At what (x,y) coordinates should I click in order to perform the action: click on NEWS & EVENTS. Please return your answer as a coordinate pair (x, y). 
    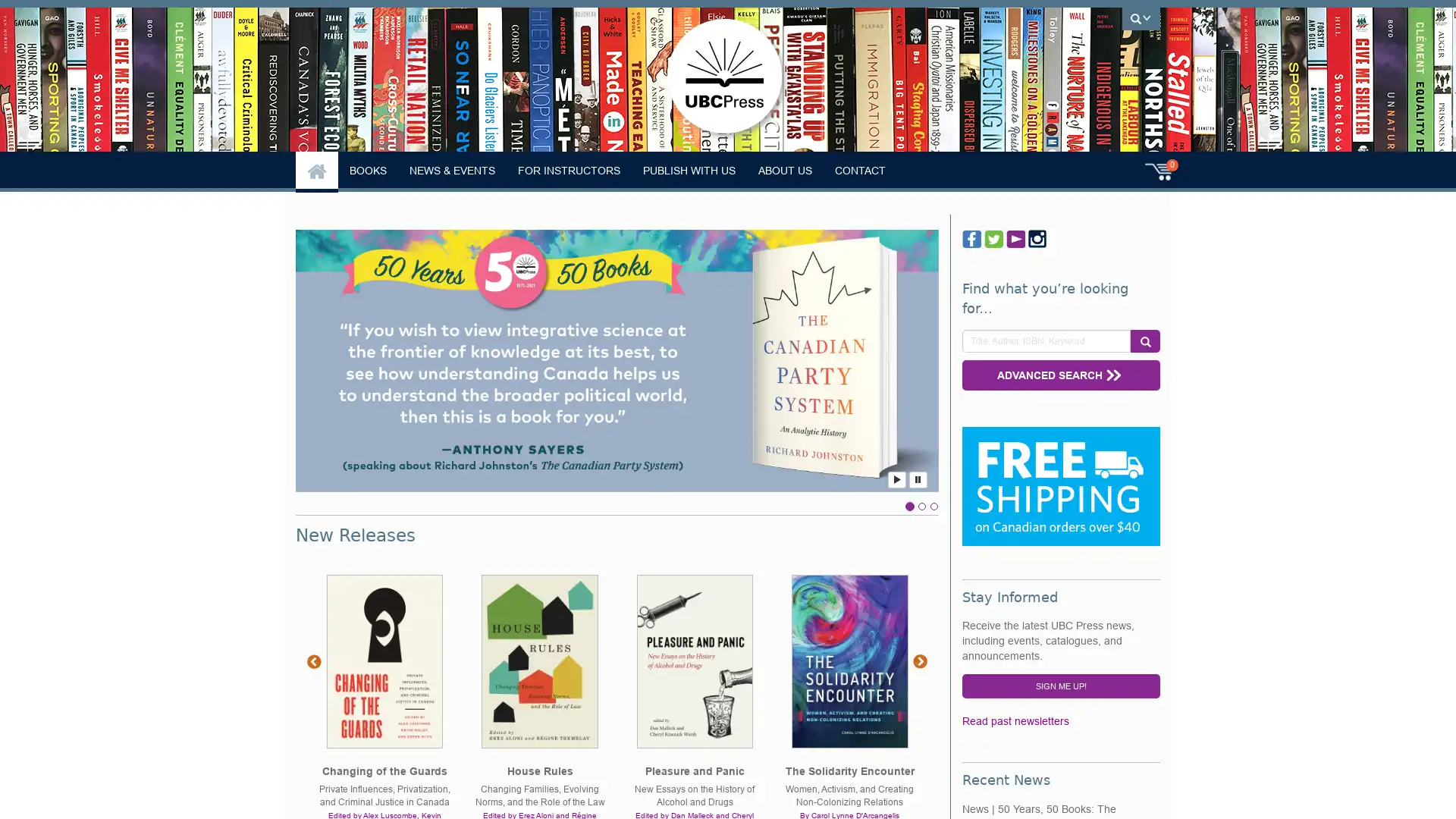
    Looking at the image, I should click on (451, 170).